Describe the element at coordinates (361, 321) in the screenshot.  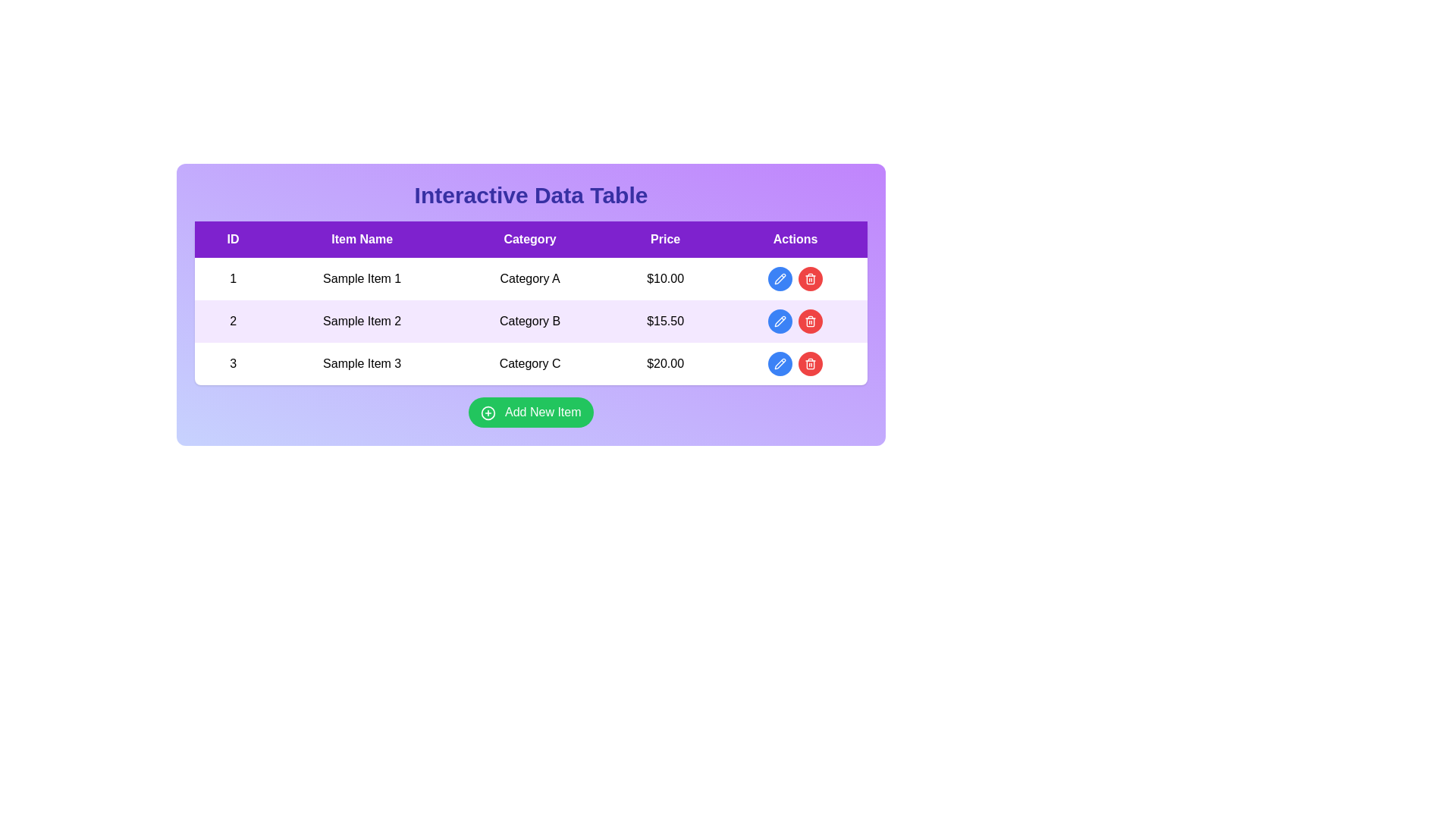
I see `the static text field displaying the item name located in the second row of the table under the header 'Item Name'` at that location.